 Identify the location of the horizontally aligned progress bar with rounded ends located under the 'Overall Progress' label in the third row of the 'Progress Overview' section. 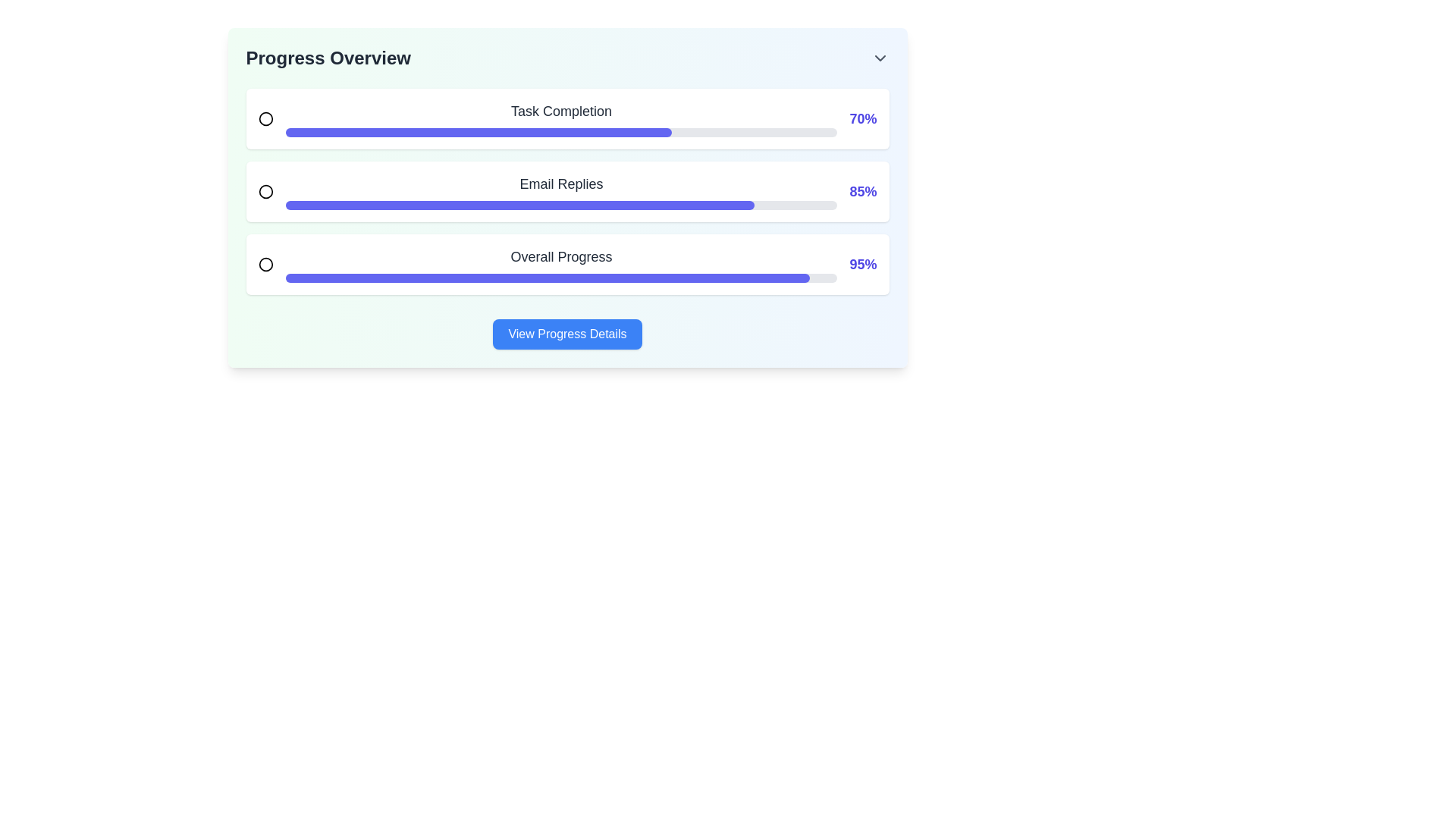
(560, 278).